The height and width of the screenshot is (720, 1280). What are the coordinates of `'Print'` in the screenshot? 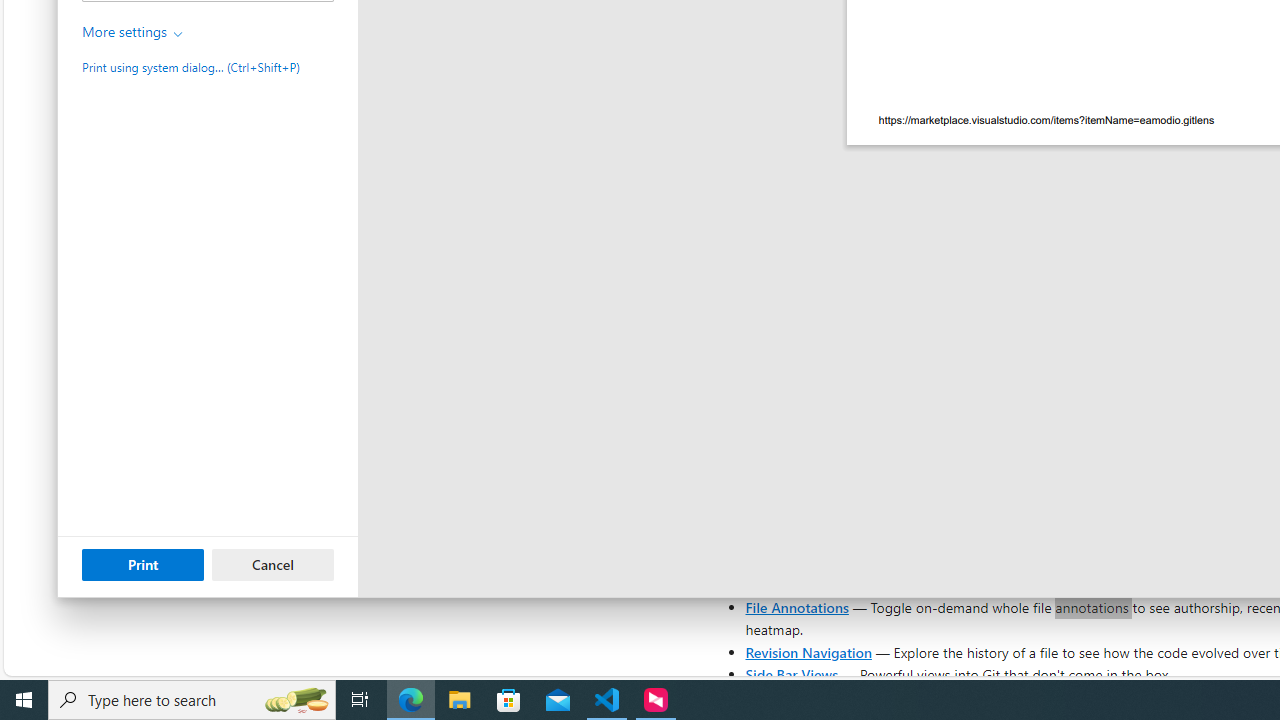 It's located at (141, 564).